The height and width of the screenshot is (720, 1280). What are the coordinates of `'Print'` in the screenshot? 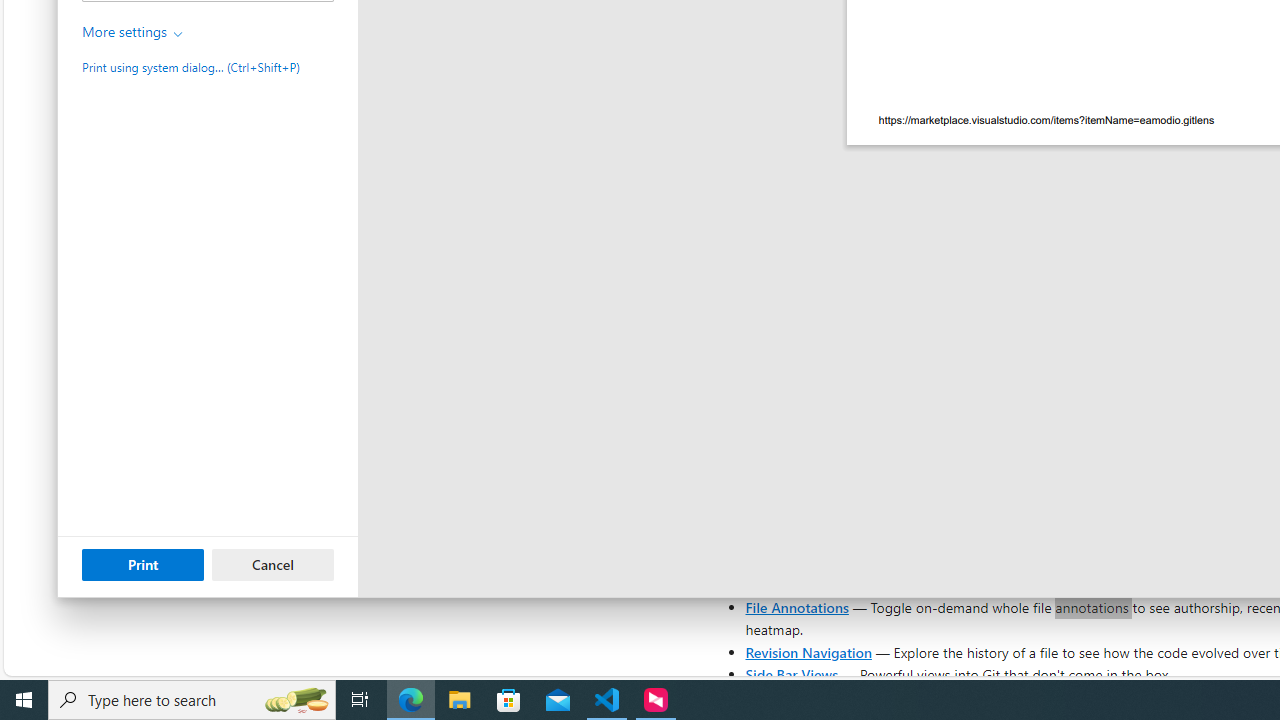 It's located at (141, 564).